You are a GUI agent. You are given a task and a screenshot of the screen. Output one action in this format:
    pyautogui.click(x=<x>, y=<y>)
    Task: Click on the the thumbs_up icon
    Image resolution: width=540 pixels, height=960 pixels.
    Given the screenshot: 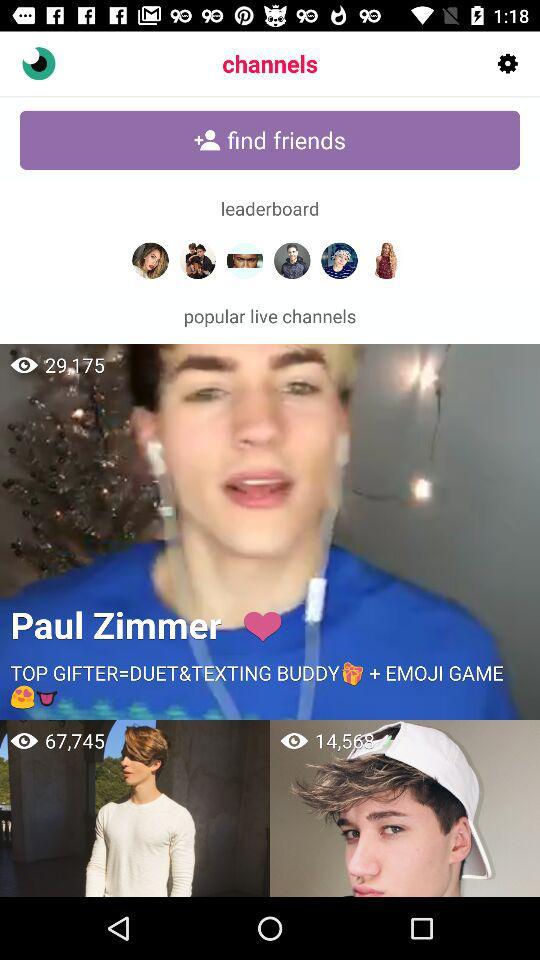 What is the action you would take?
    pyautogui.click(x=38, y=63)
    